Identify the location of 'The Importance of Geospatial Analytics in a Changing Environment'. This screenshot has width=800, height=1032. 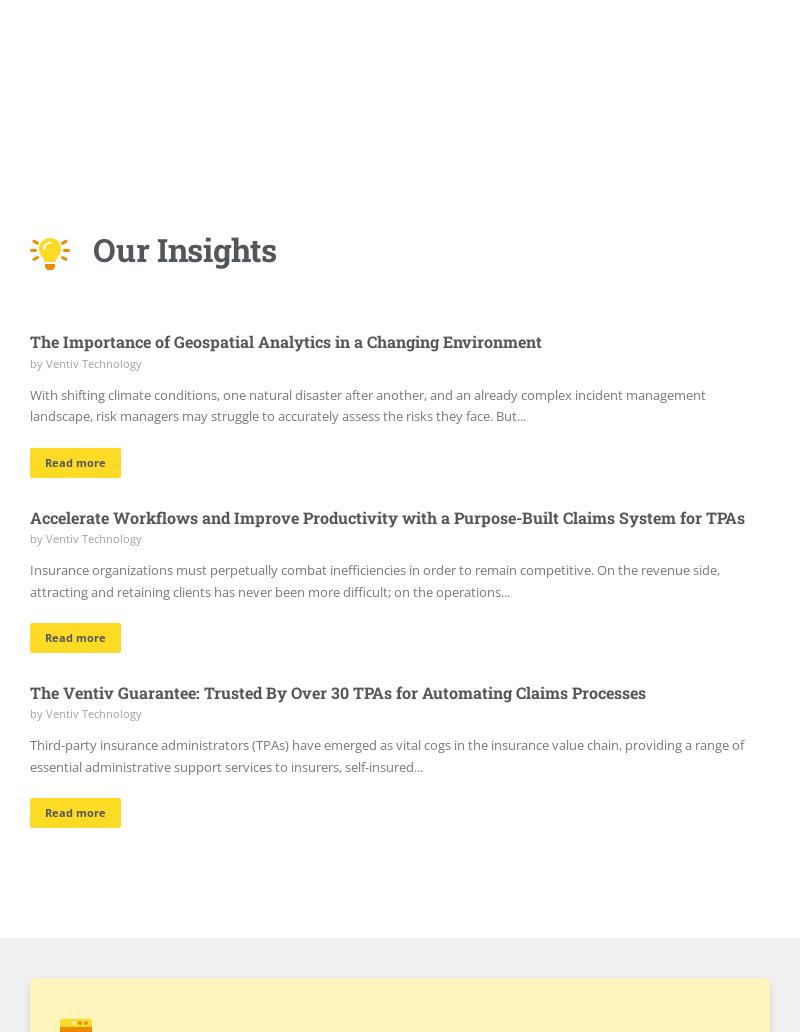
(286, 341).